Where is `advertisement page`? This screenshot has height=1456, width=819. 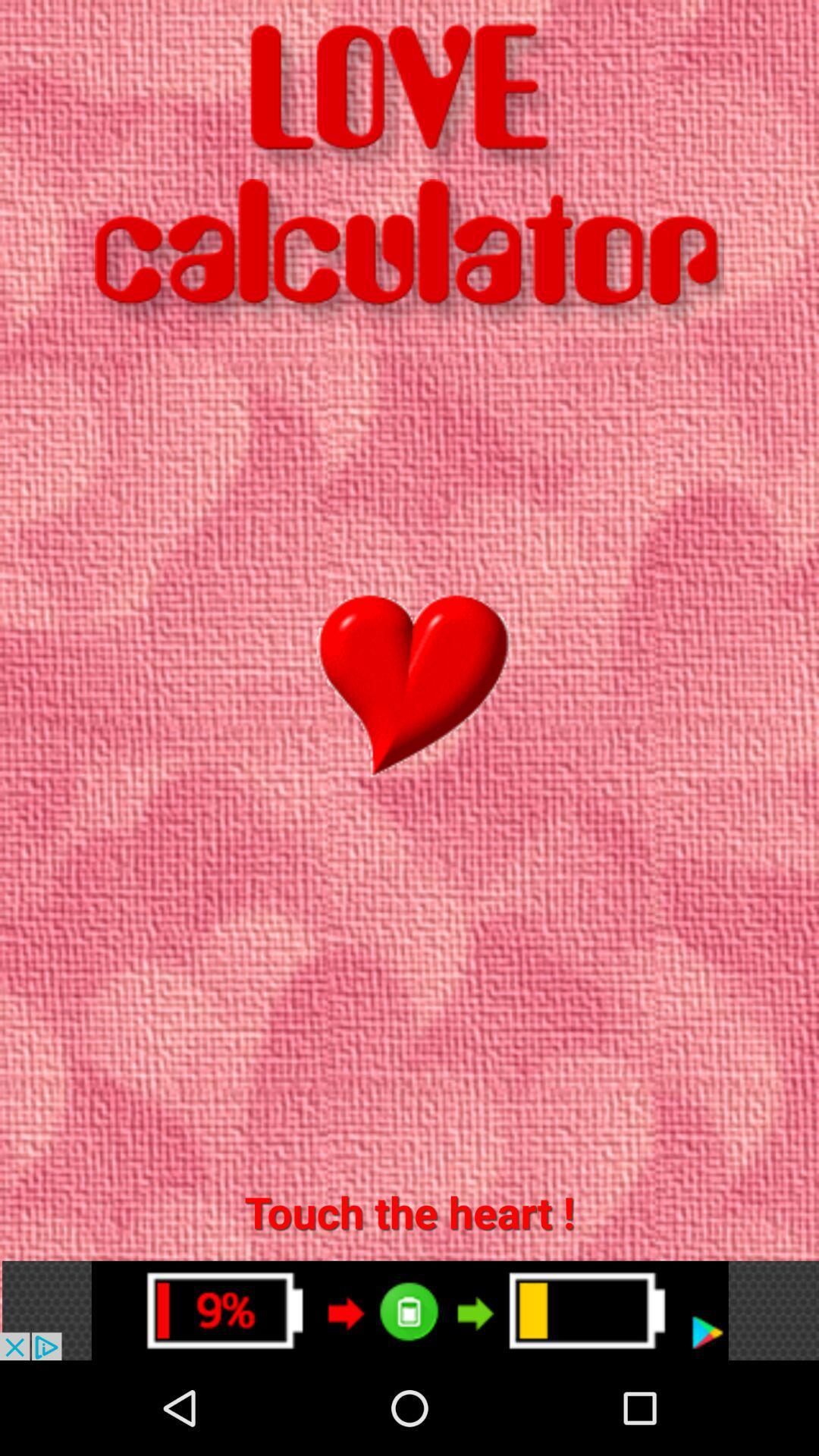
advertisement page is located at coordinates (409, 1310).